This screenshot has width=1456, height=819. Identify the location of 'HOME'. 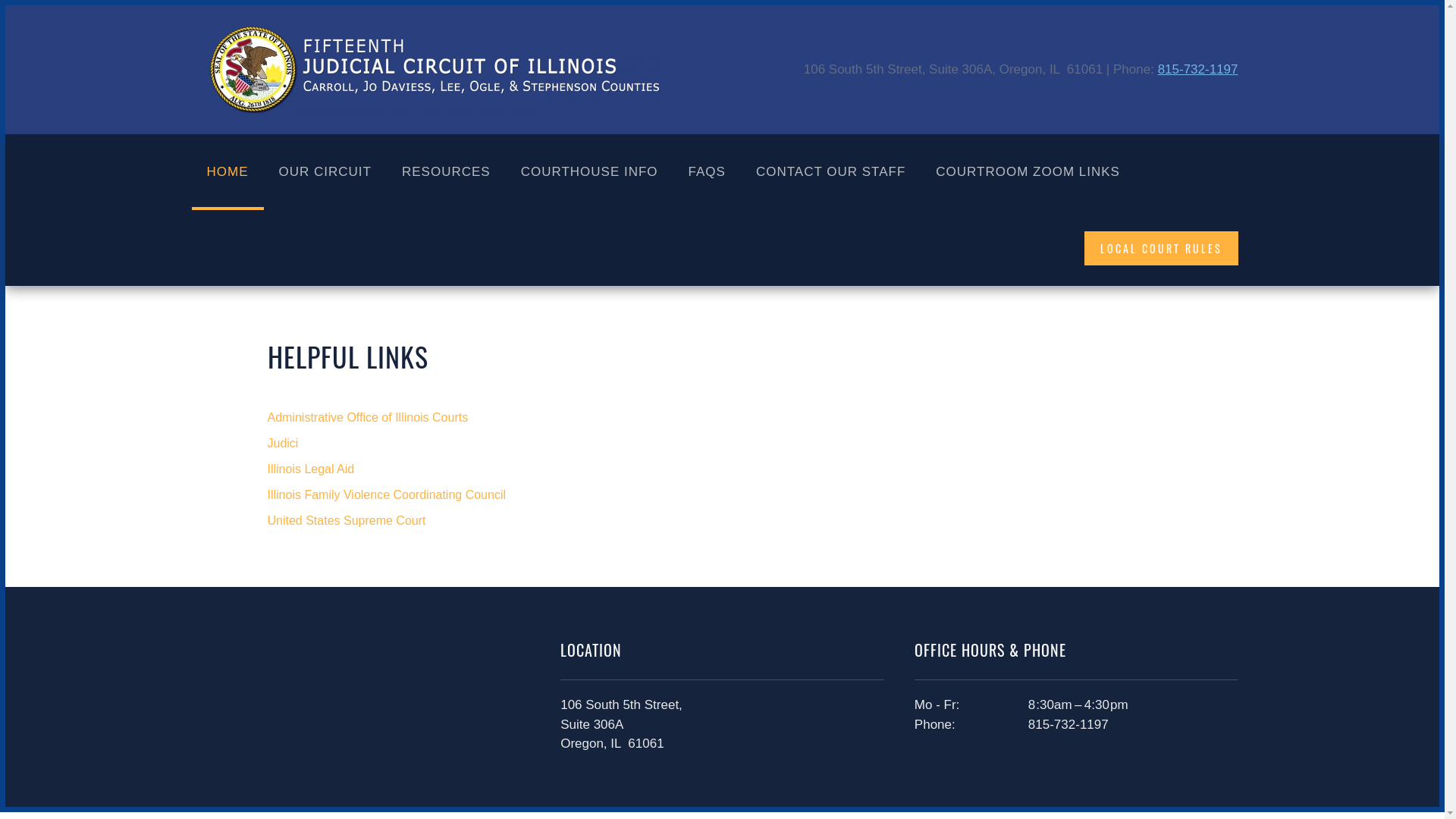
(226, 171).